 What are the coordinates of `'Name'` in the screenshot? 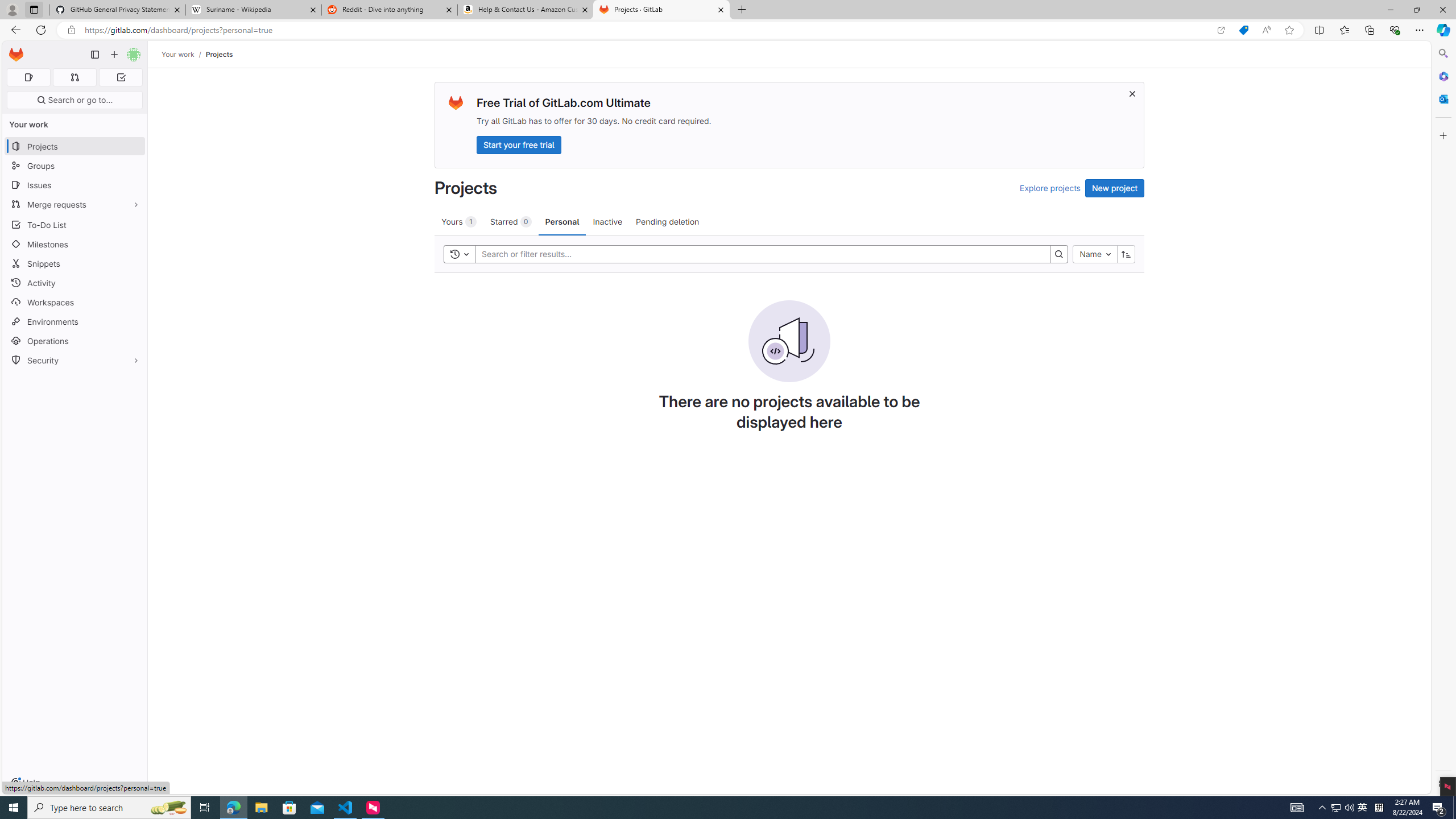 It's located at (1095, 254).